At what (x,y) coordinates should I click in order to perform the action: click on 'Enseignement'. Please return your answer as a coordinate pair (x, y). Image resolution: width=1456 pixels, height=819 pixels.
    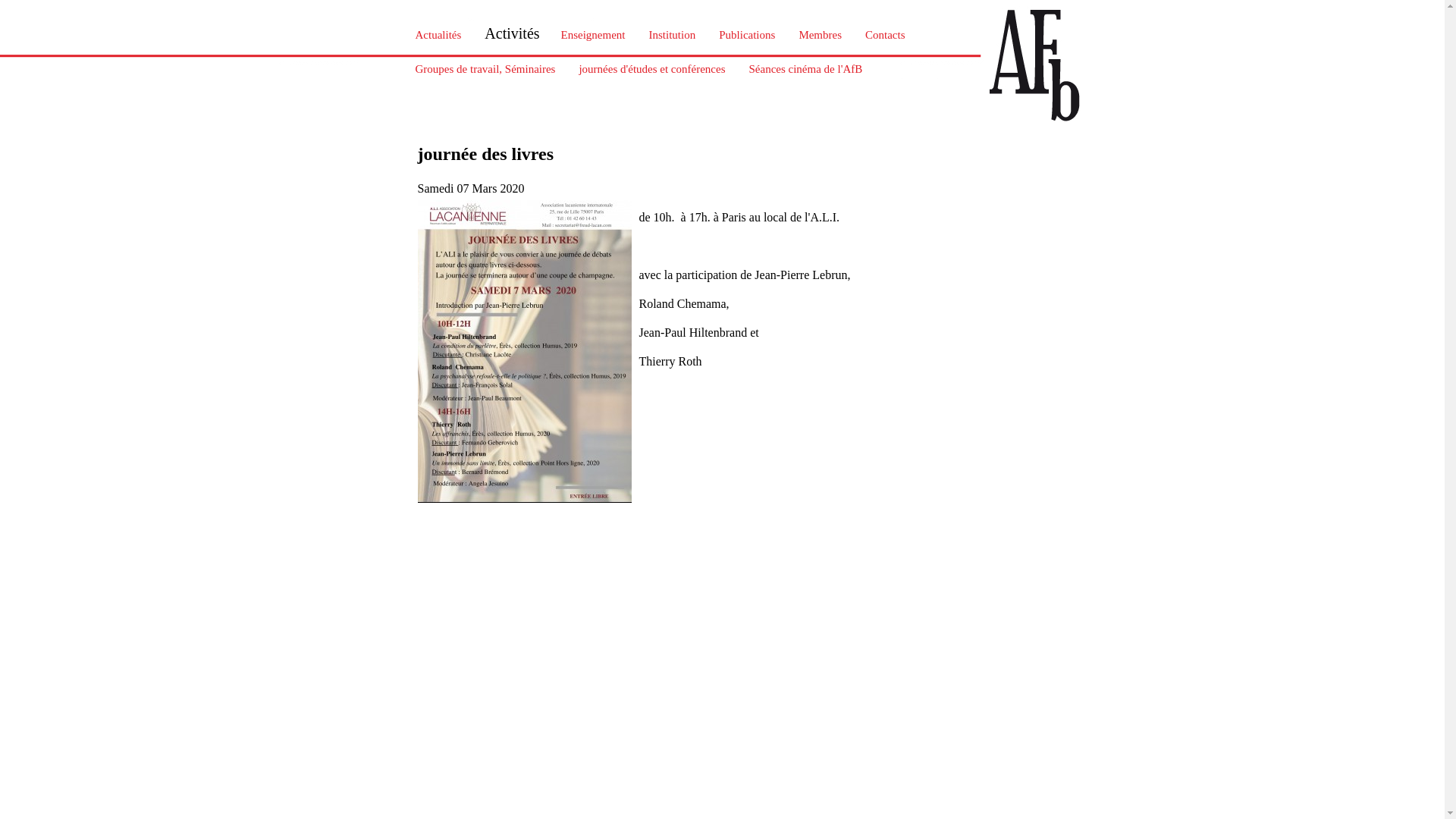
    Looking at the image, I should click on (592, 34).